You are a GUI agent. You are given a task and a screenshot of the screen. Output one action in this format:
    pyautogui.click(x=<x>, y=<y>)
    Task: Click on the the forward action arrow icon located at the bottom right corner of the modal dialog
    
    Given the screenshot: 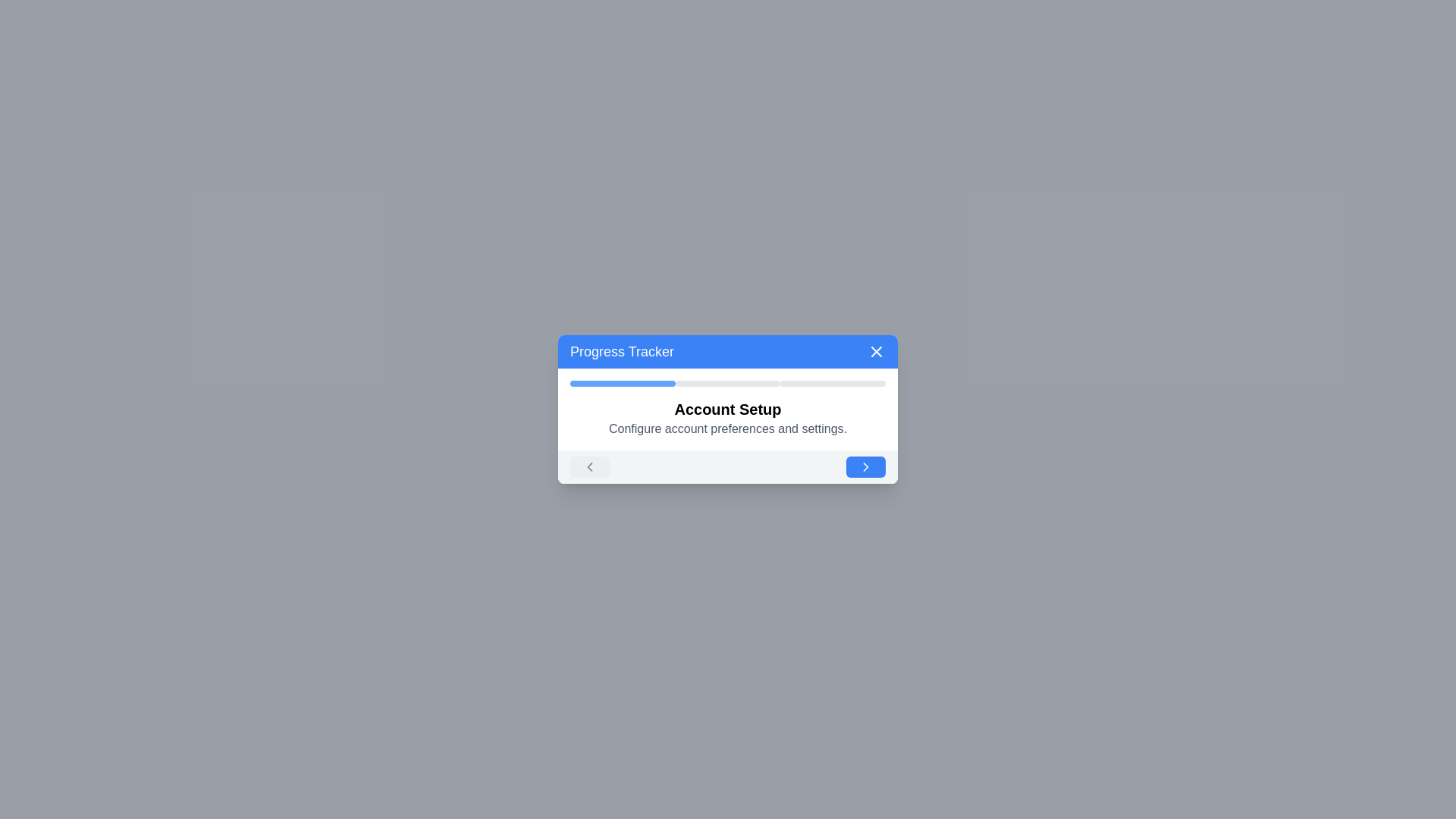 What is the action you would take?
    pyautogui.click(x=866, y=466)
    